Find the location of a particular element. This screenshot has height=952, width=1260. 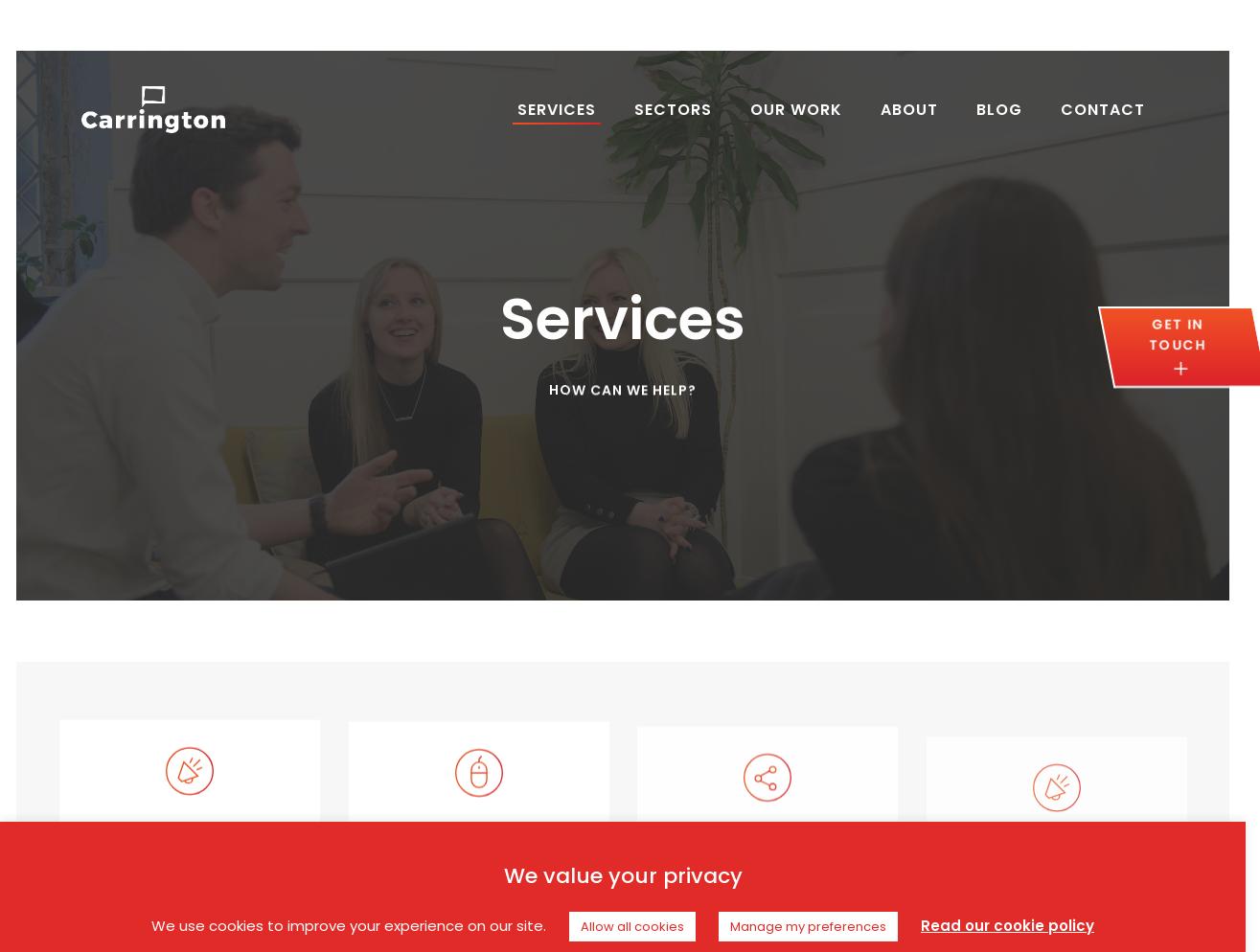

'SEO' is located at coordinates (478, 844).